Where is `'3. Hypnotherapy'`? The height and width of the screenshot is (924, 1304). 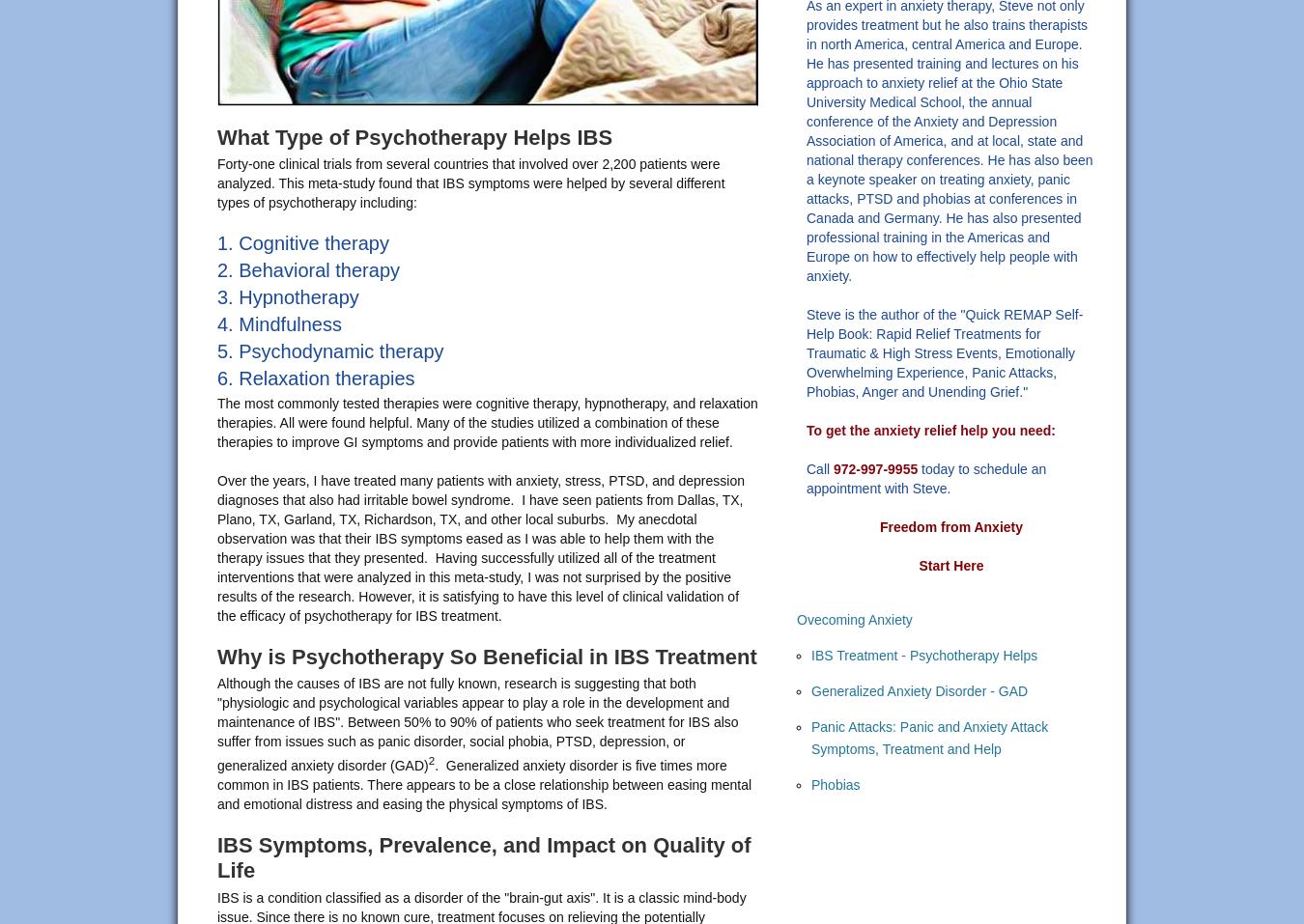 '3. Hypnotherapy' is located at coordinates (286, 296).